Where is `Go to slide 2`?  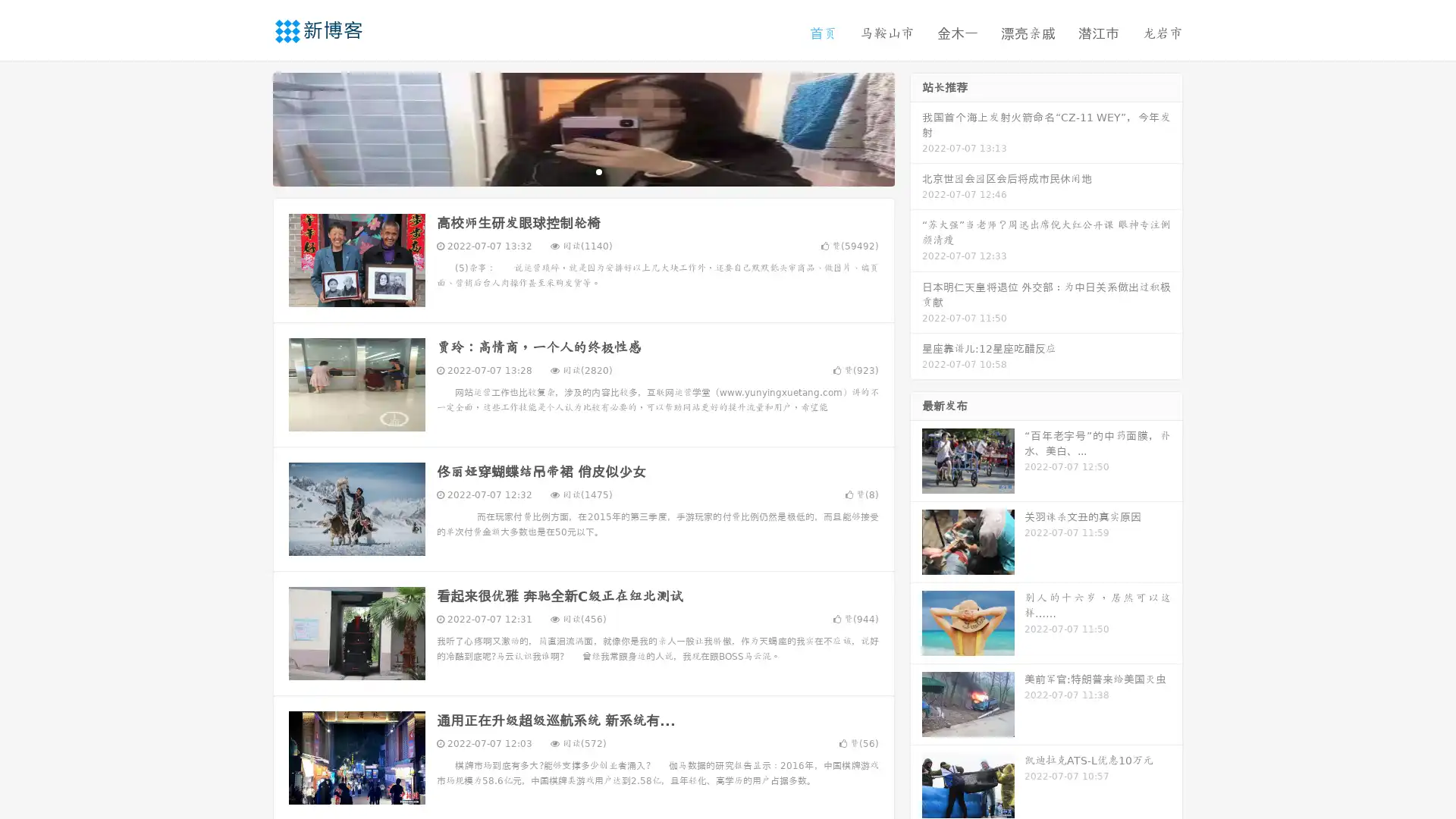
Go to slide 2 is located at coordinates (582, 171).